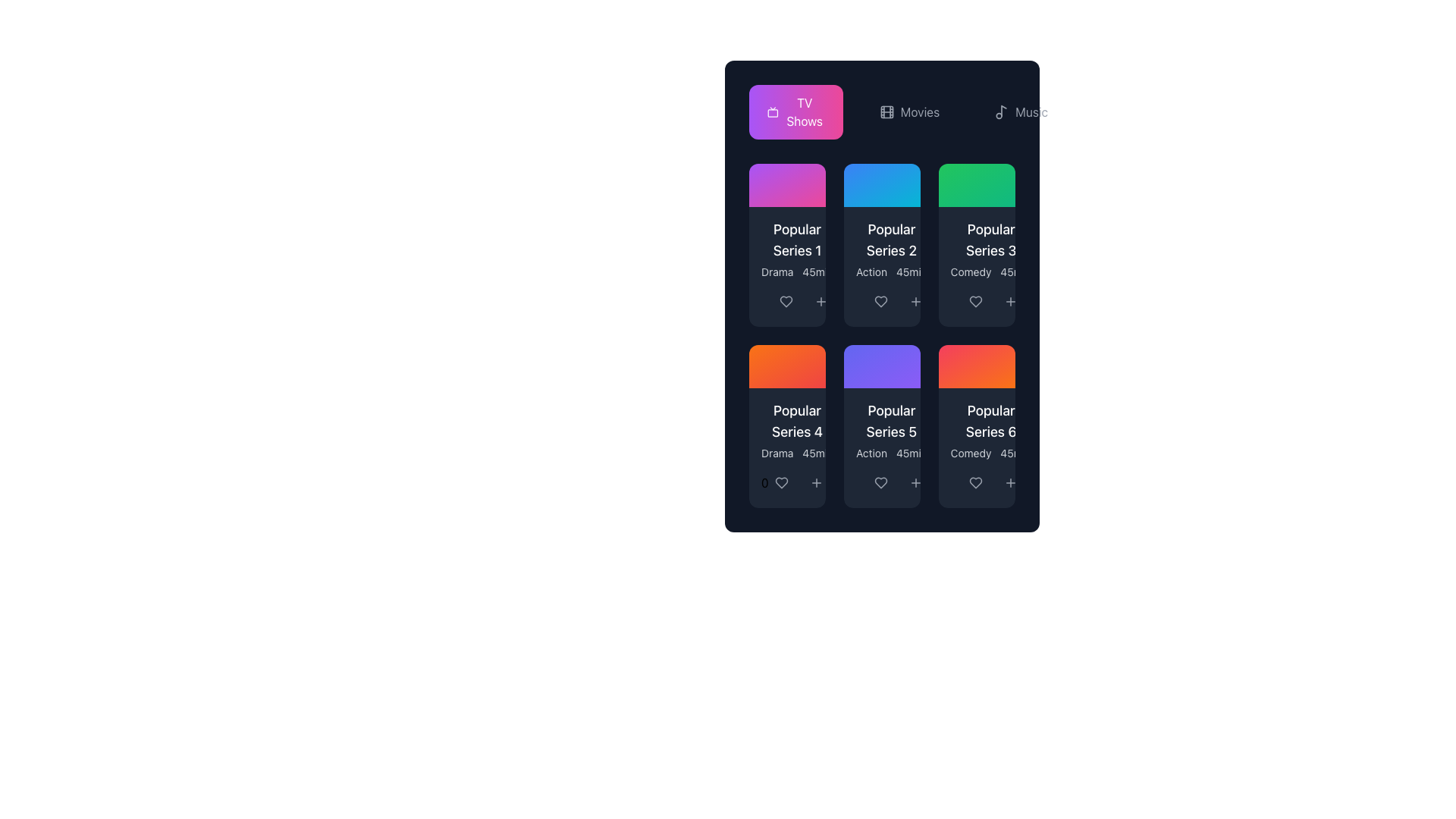 Image resolution: width=1456 pixels, height=819 pixels. Describe the element at coordinates (975, 301) in the screenshot. I see `the heart icon located at the bottom center of the 'Popular Series 3' card` at that location.